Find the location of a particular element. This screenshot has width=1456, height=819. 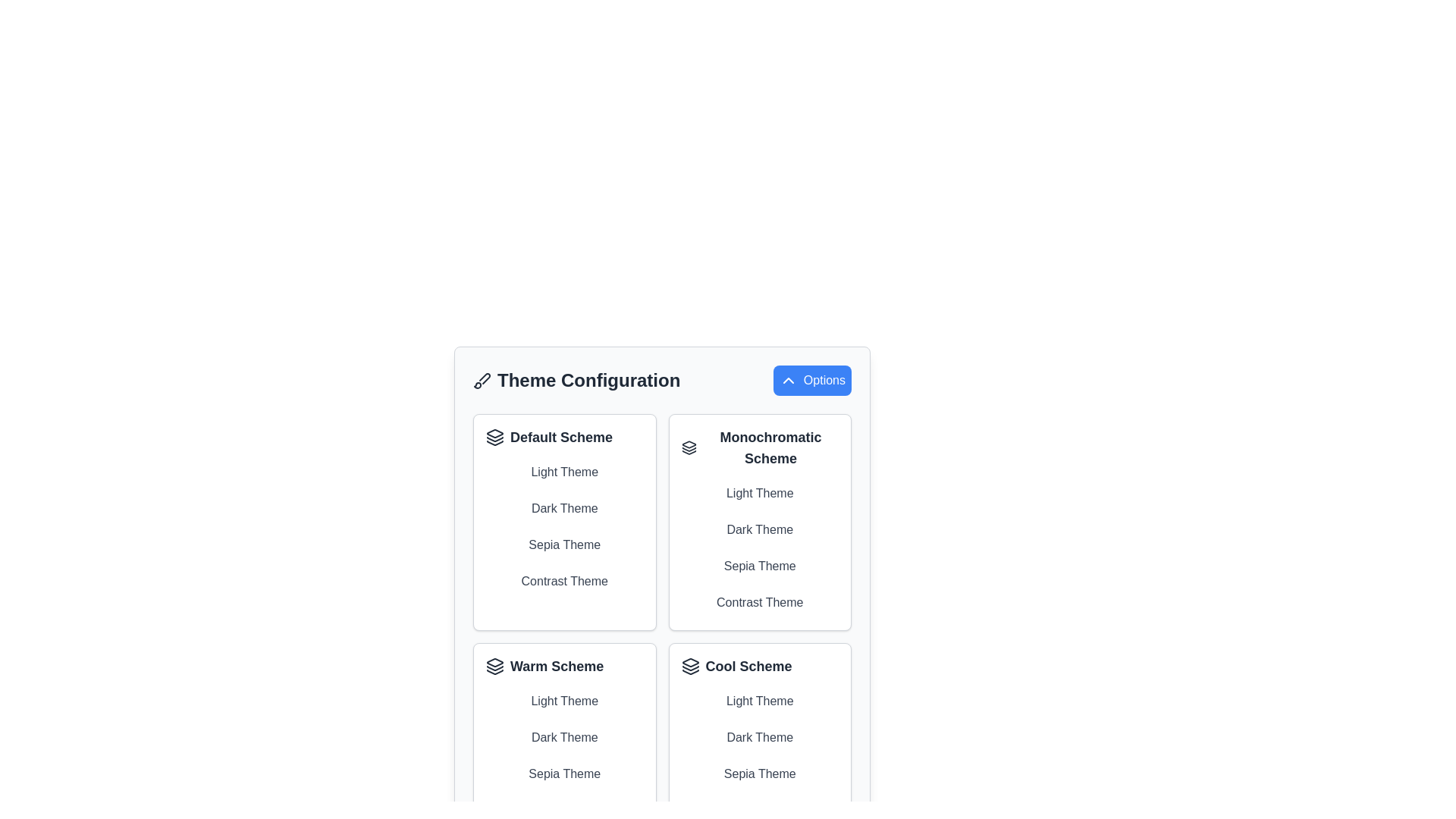

header text 'Theme Configuration' from the top header section, which contains a left side with bold text and a right side with a blue button labeled 'Options' is located at coordinates (662, 379).